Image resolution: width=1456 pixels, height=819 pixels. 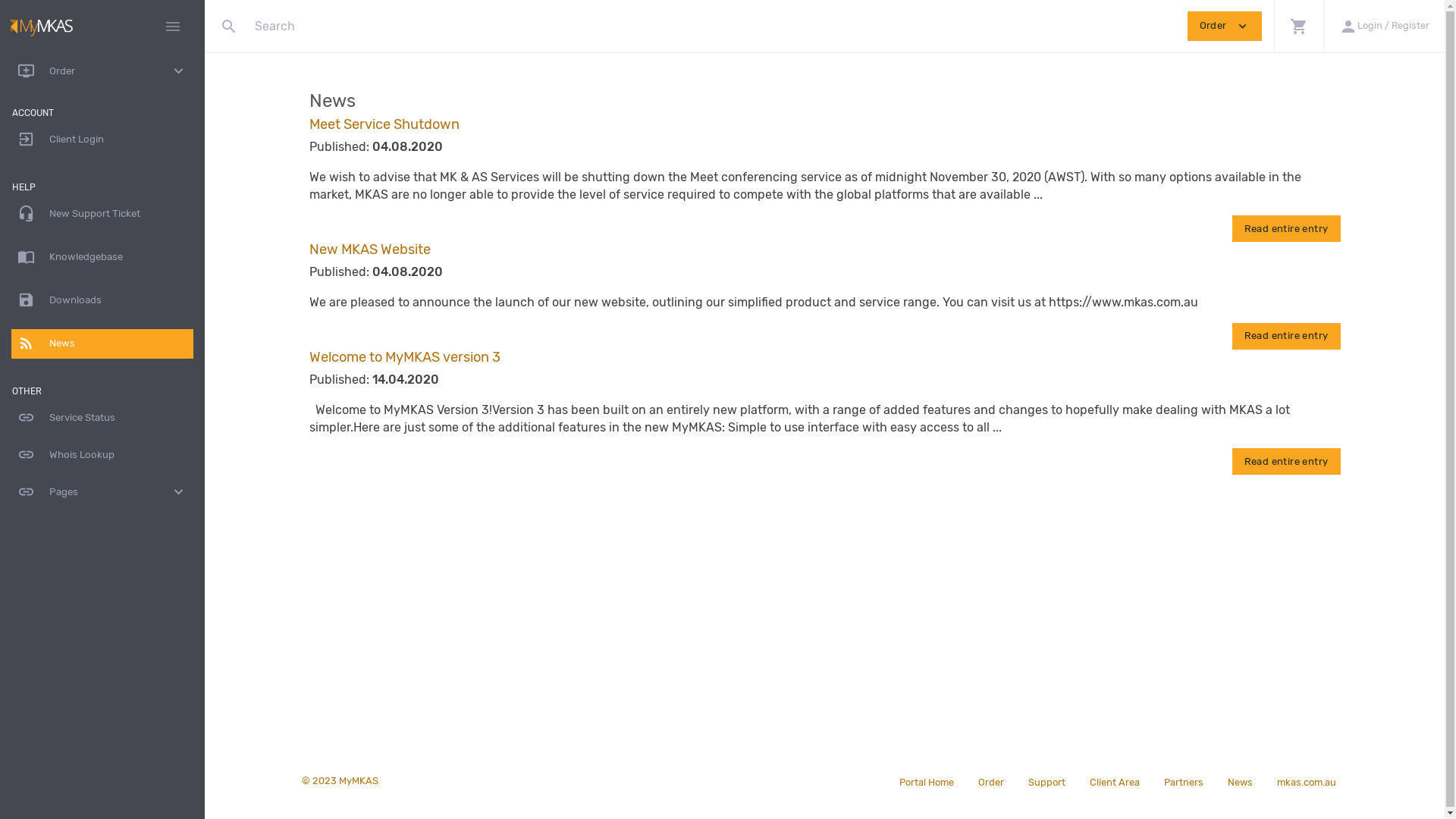 I want to click on 'rss_feed News', so click(x=101, y=344).